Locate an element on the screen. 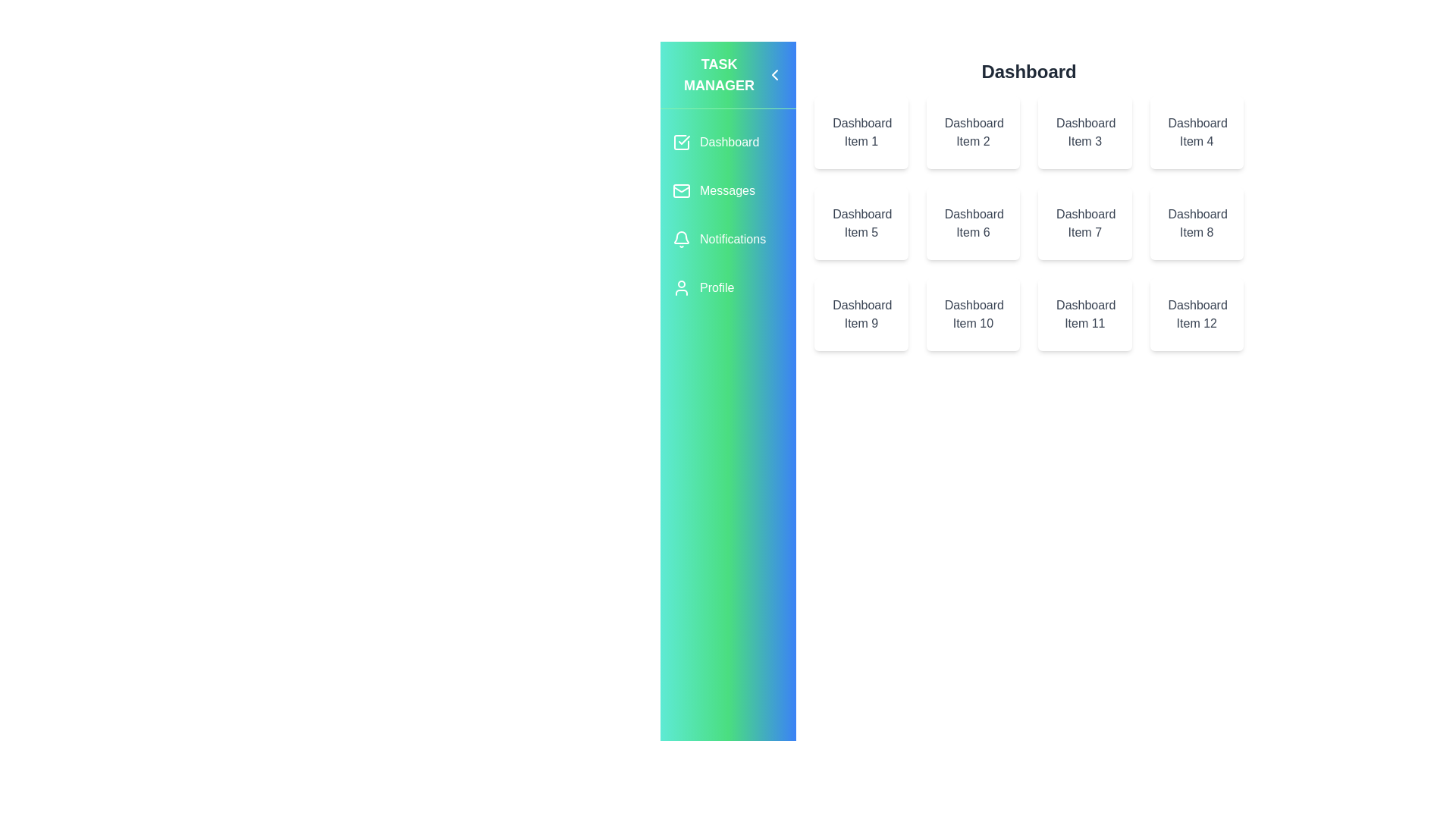 Image resolution: width=1456 pixels, height=819 pixels. the Profile section in the sidebar is located at coordinates (728, 288).